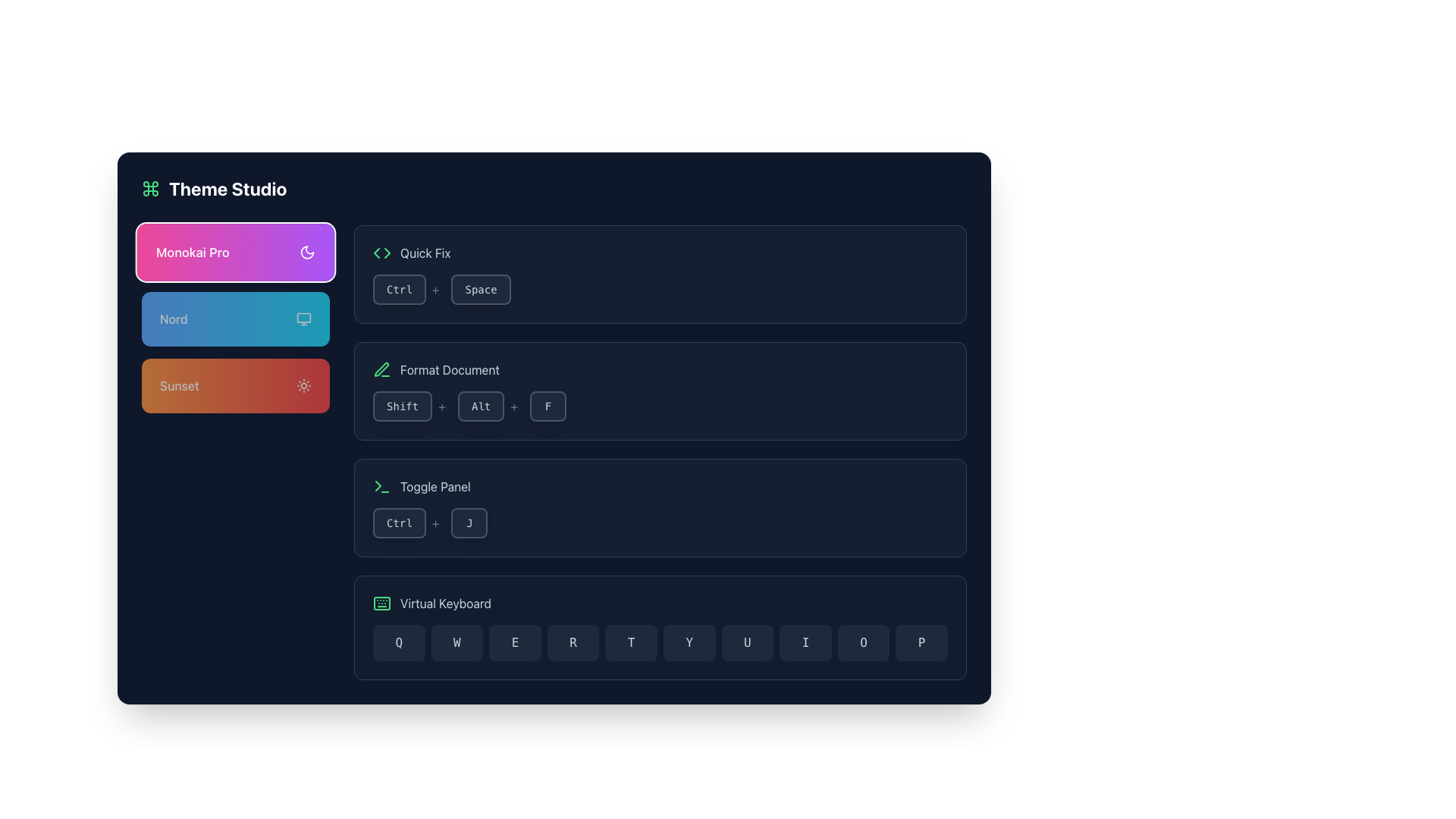 Image resolution: width=1456 pixels, height=819 pixels. What do you see at coordinates (377, 253) in the screenshot?
I see `the left-facing triangular segment of the SVG icon located in the header section next to the text 'Theme Studio'` at bounding box center [377, 253].